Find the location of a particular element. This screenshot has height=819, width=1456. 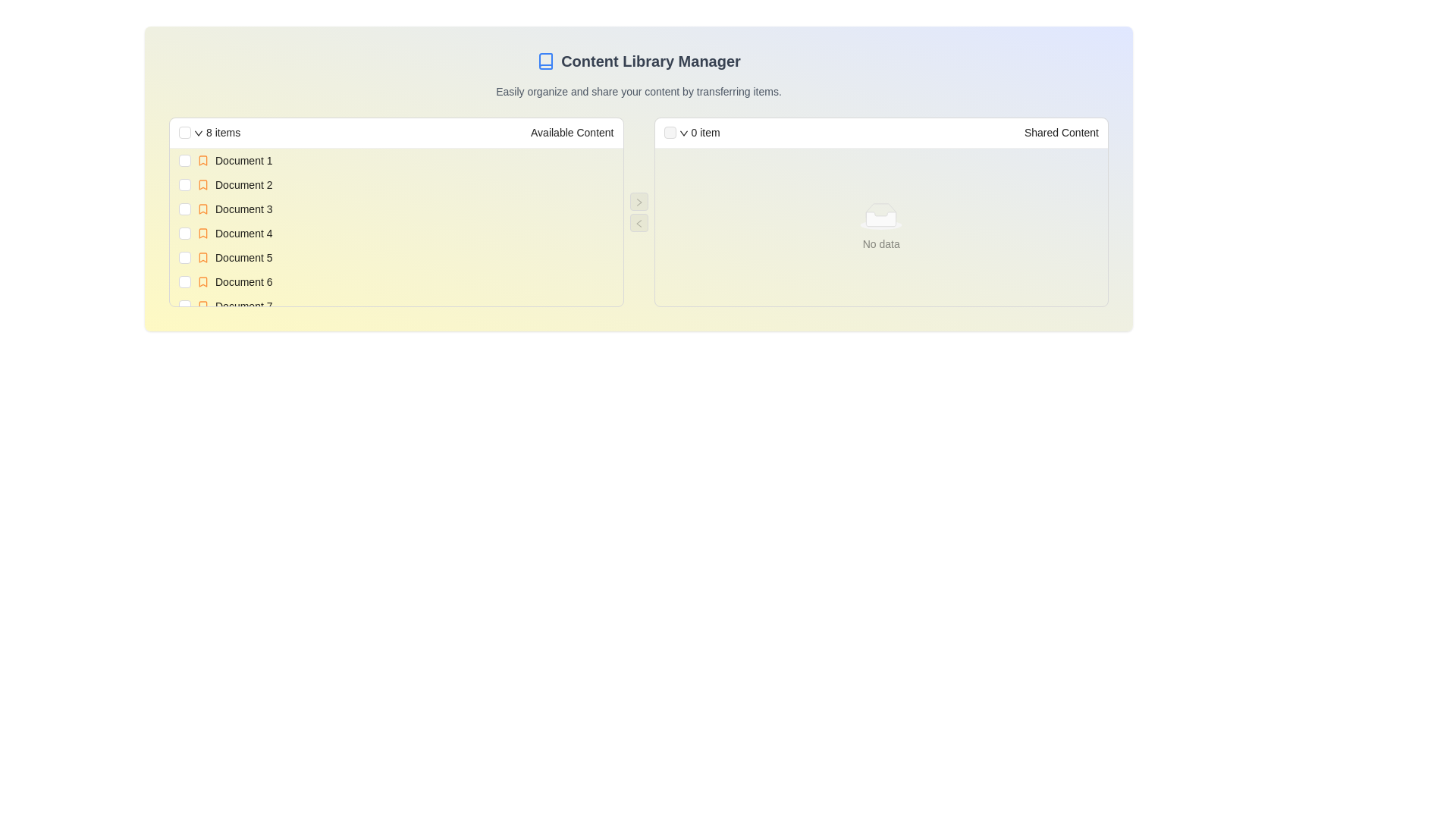

the text label indicating that no data is available in the current context of the 'Shared Content' section in the Content Library Manager interface is located at coordinates (881, 243).